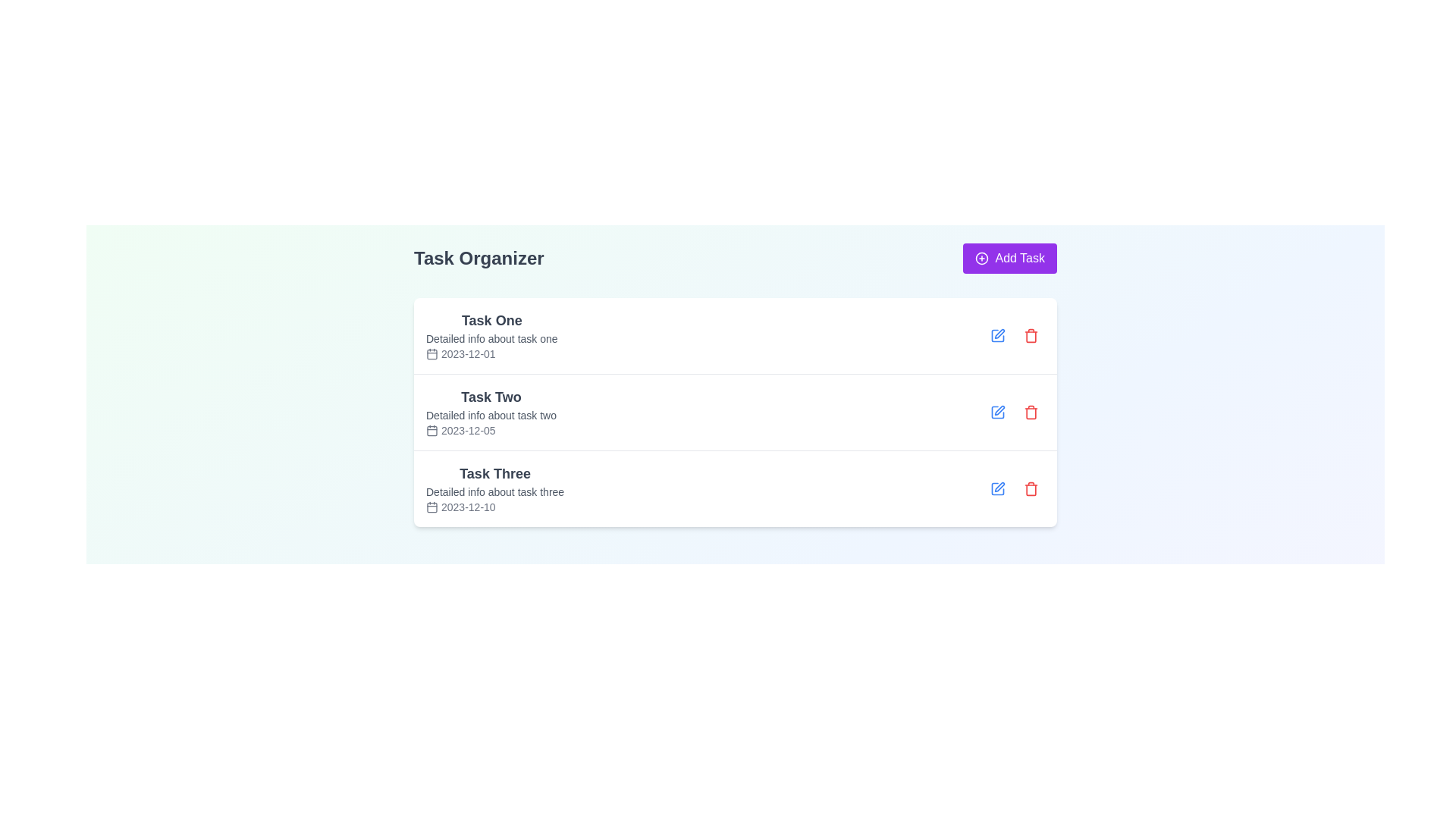  I want to click on text label that serves as the title for the first task in the list, positioned at the top of the task entry and aligned to the left, so click(491, 320).